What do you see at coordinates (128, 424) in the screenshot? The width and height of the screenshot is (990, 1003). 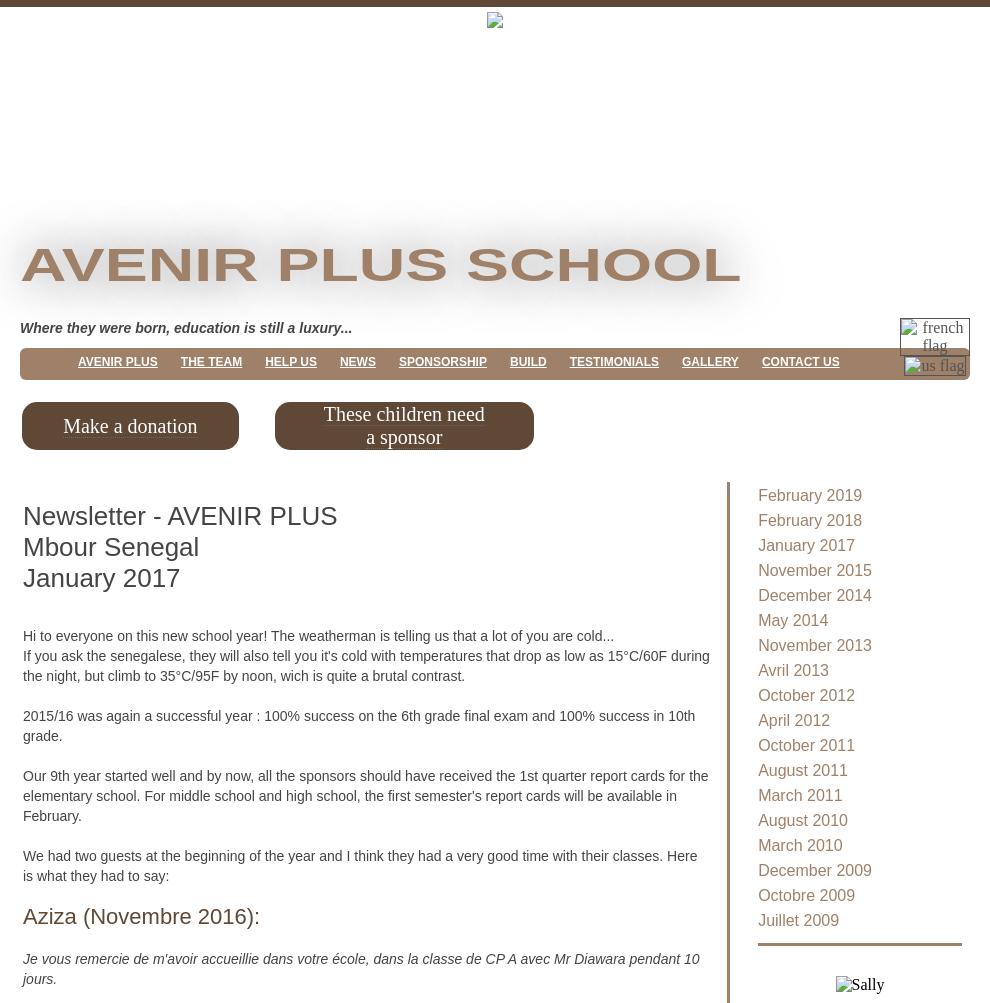 I see `'Make a donation'` at bounding box center [128, 424].